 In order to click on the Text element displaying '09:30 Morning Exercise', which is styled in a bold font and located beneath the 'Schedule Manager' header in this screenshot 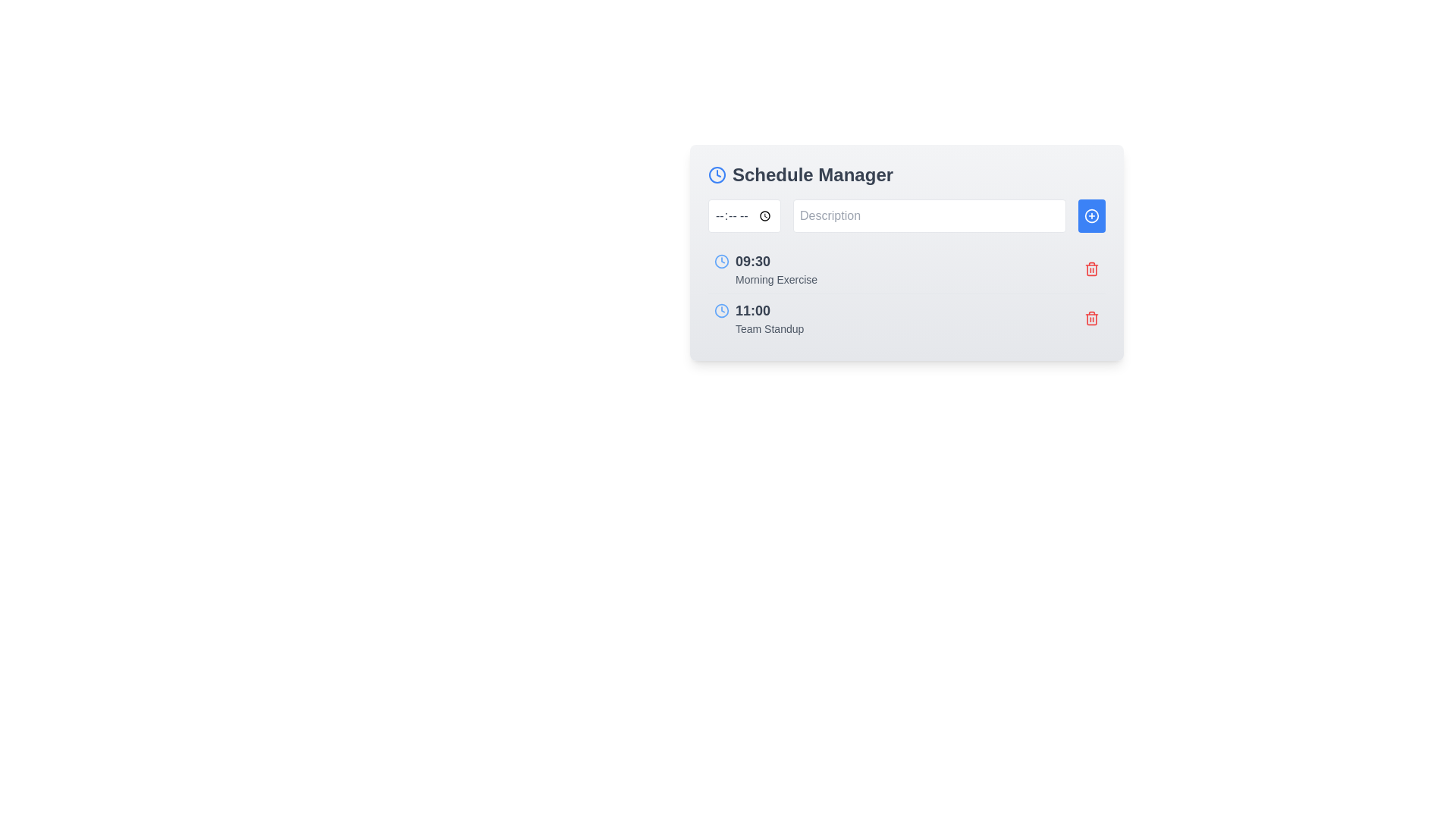, I will do `click(766, 268)`.